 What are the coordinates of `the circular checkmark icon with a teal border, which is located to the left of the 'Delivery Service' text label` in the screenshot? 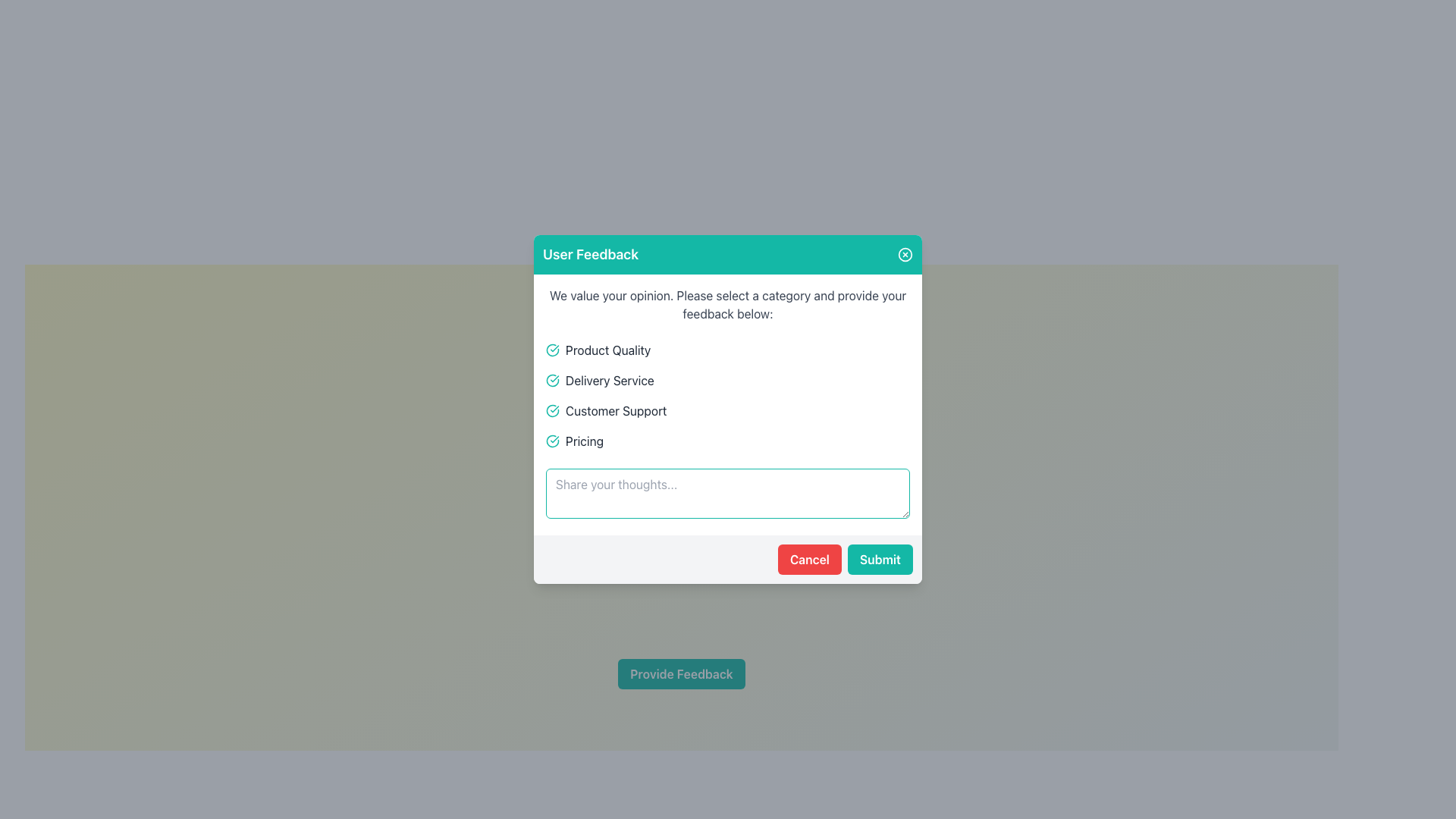 It's located at (552, 379).